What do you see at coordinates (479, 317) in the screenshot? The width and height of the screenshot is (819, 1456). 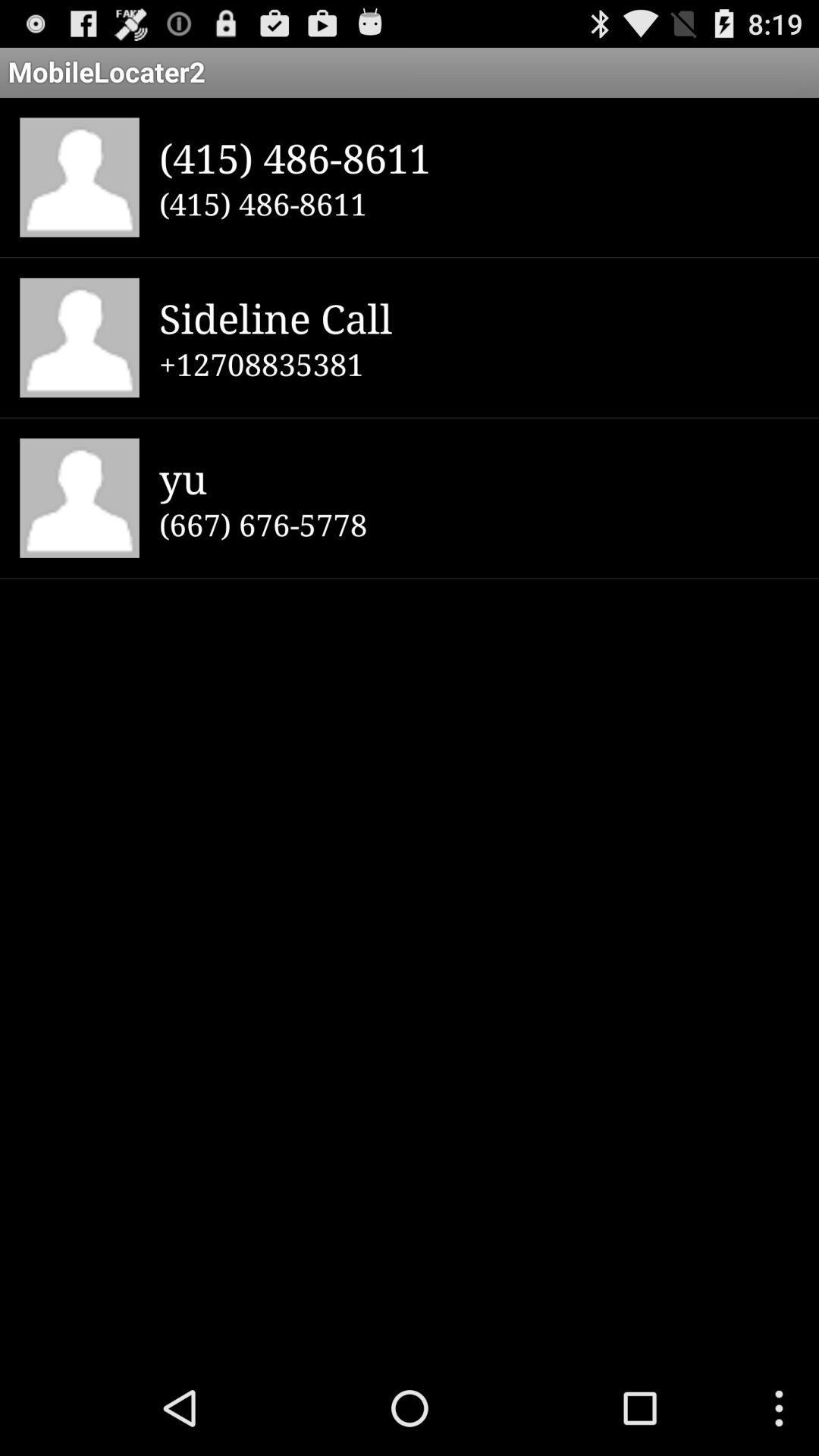 I see `sideline call app` at bounding box center [479, 317].